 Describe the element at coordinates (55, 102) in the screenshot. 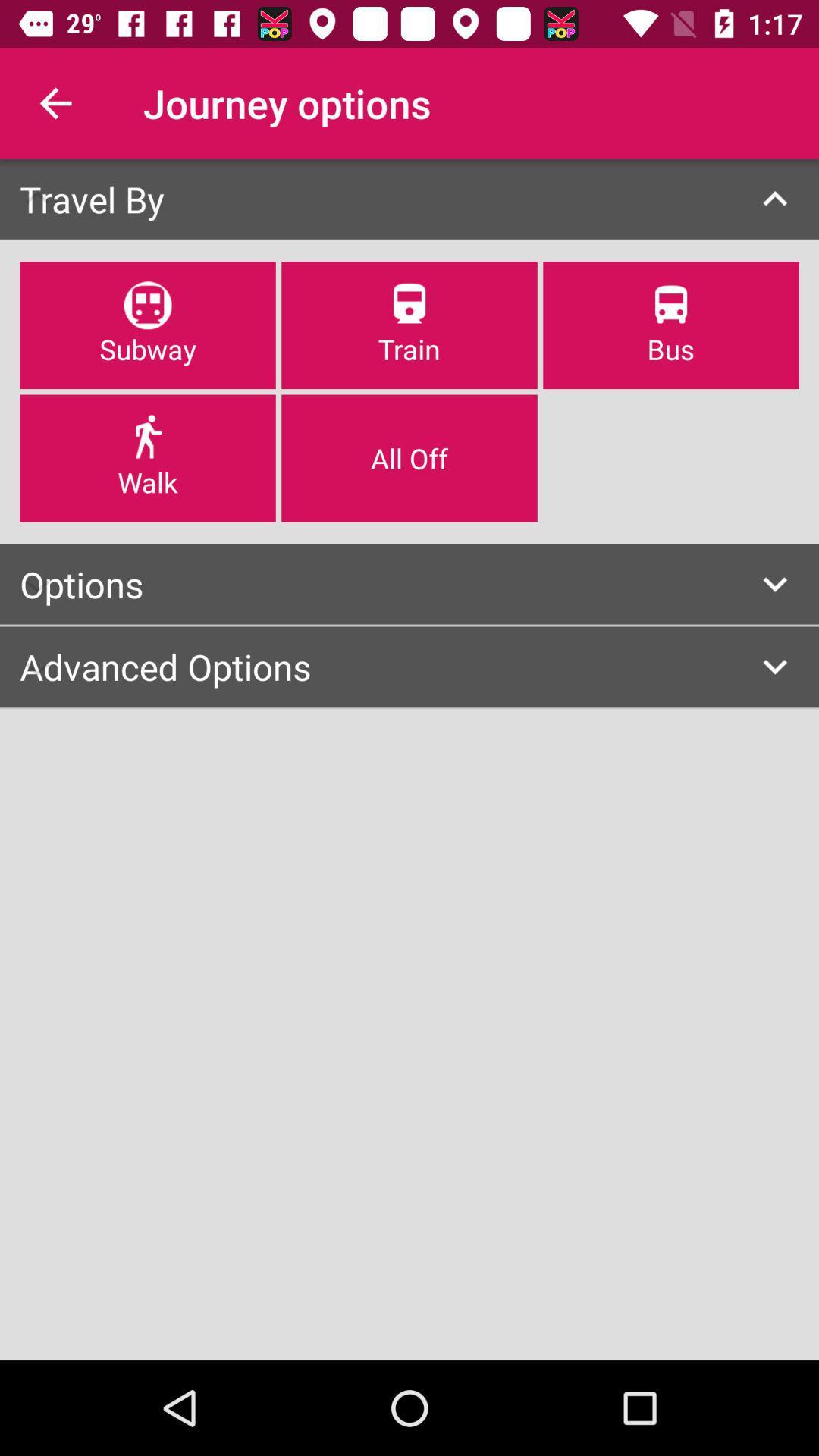

I see `icon above the travel by` at that location.